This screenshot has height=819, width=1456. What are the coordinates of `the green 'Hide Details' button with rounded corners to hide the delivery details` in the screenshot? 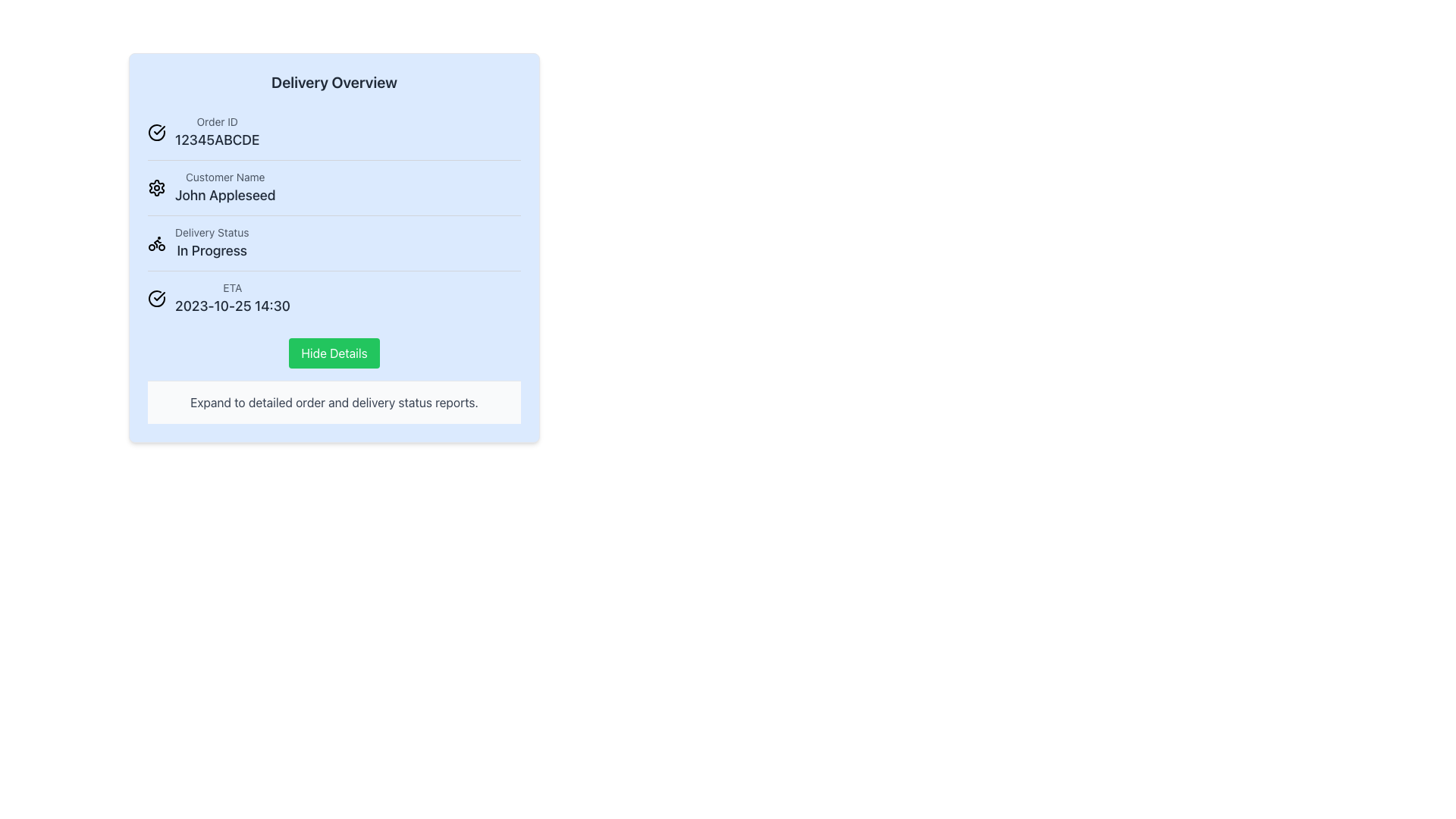 It's located at (334, 353).